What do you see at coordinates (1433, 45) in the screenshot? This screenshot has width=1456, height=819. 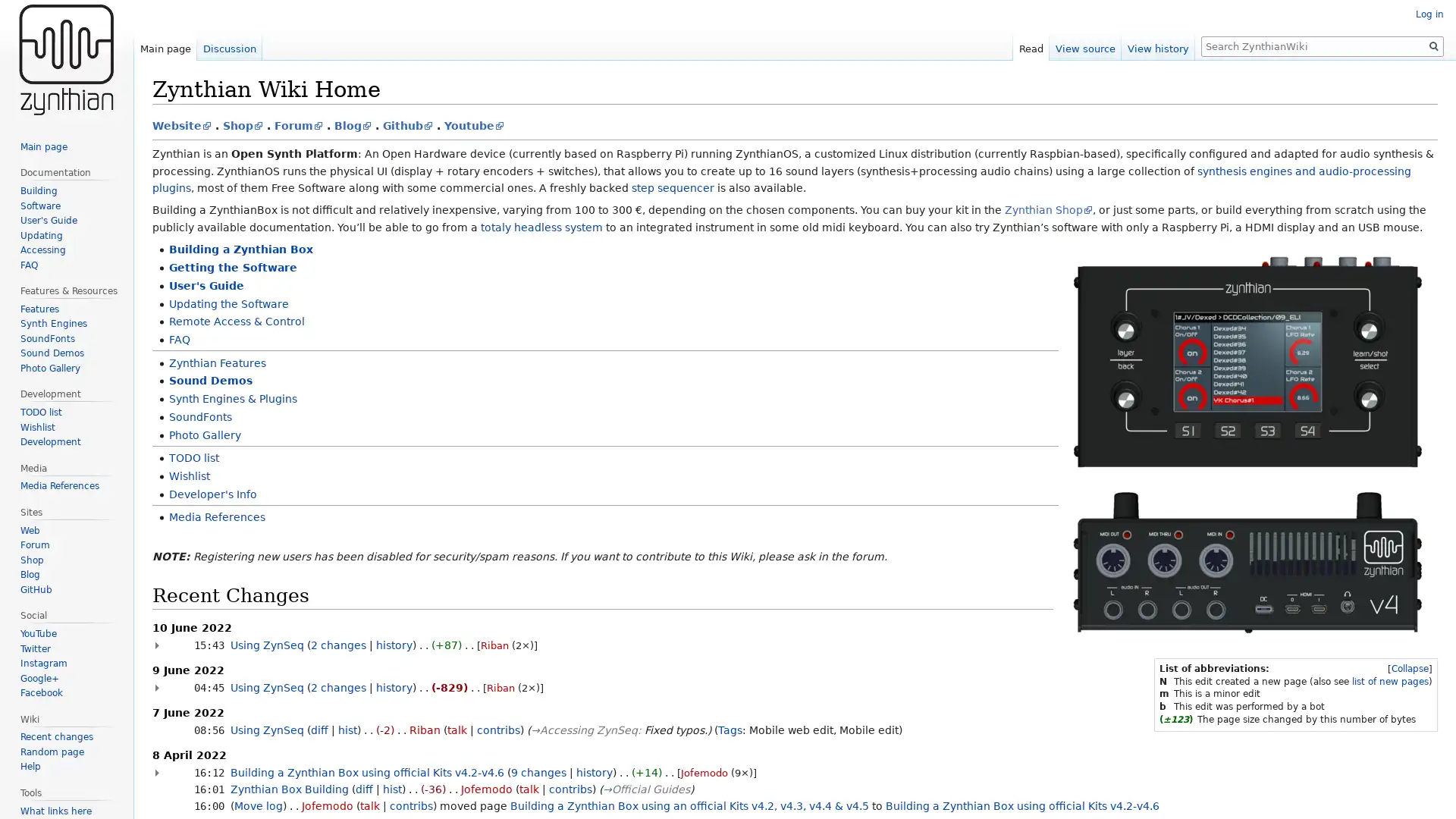 I see `Go` at bounding box center [1433, 45].